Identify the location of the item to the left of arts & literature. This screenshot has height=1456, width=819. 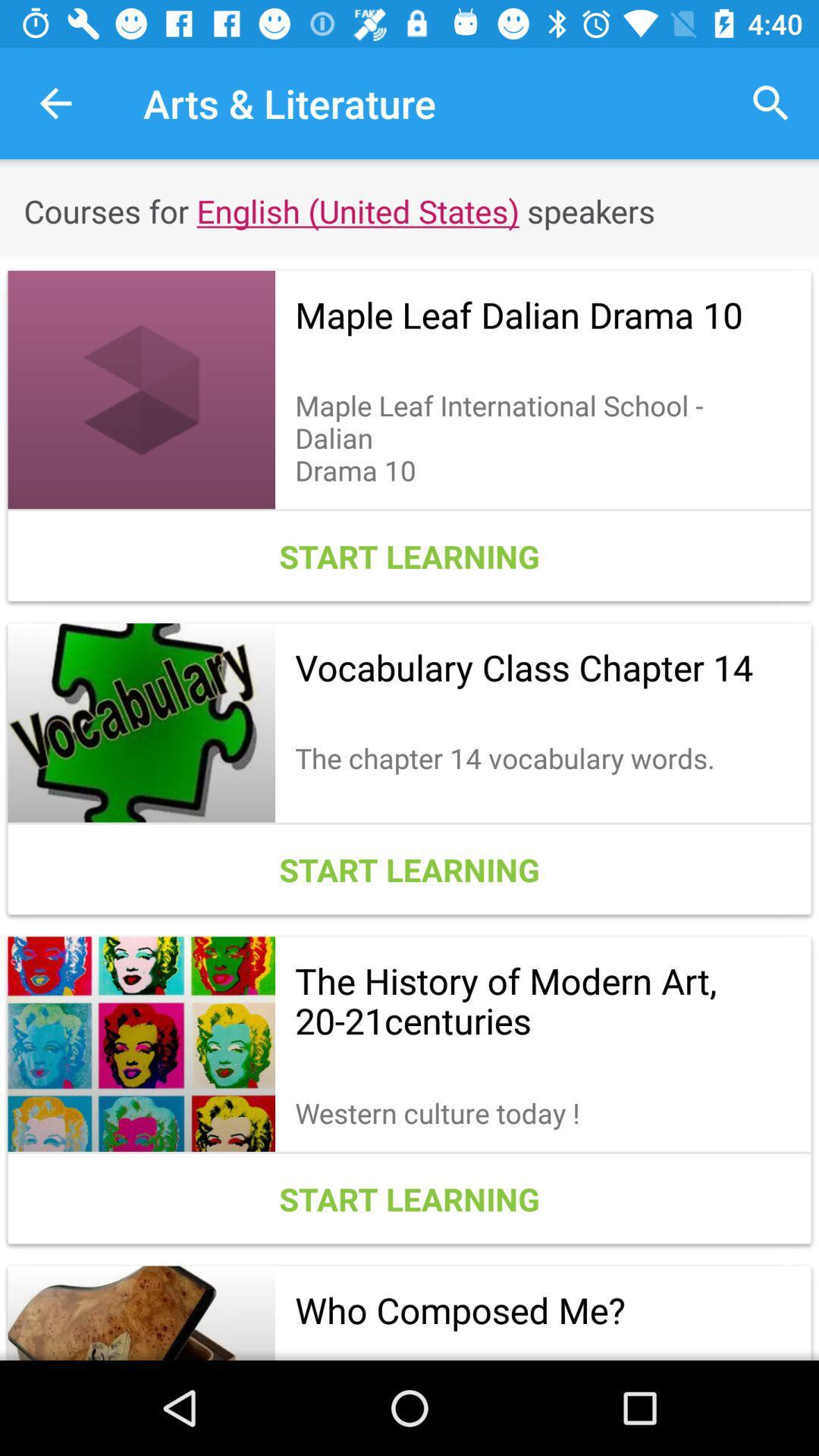
(55, 102).